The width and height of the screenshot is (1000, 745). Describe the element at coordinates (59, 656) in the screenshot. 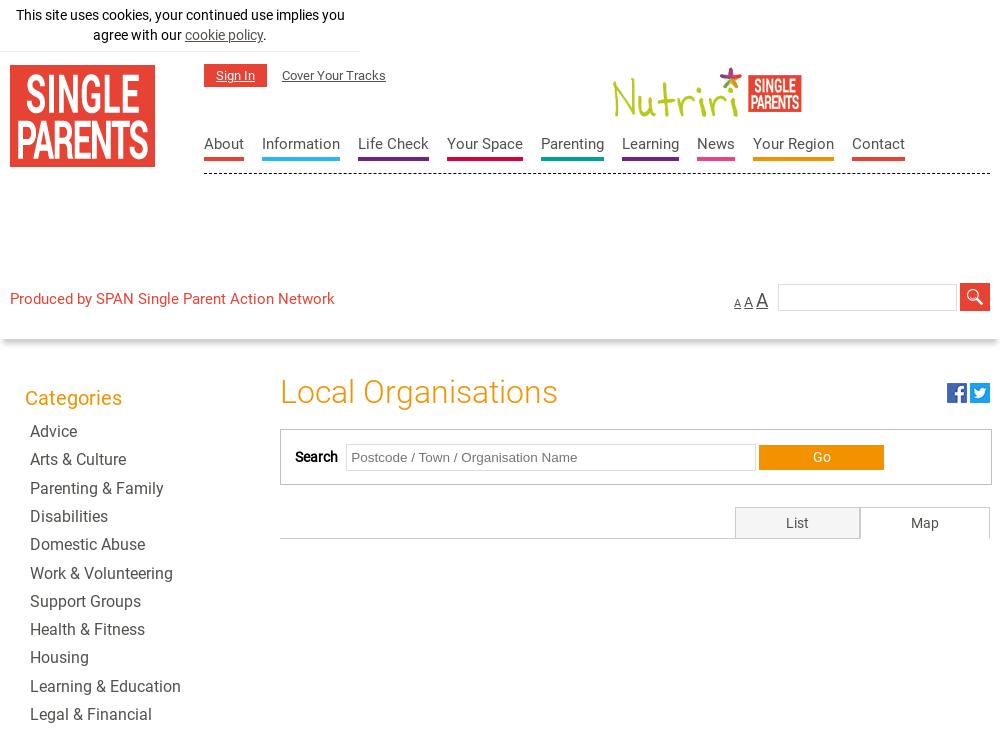

I see `'Housing'` at that location.